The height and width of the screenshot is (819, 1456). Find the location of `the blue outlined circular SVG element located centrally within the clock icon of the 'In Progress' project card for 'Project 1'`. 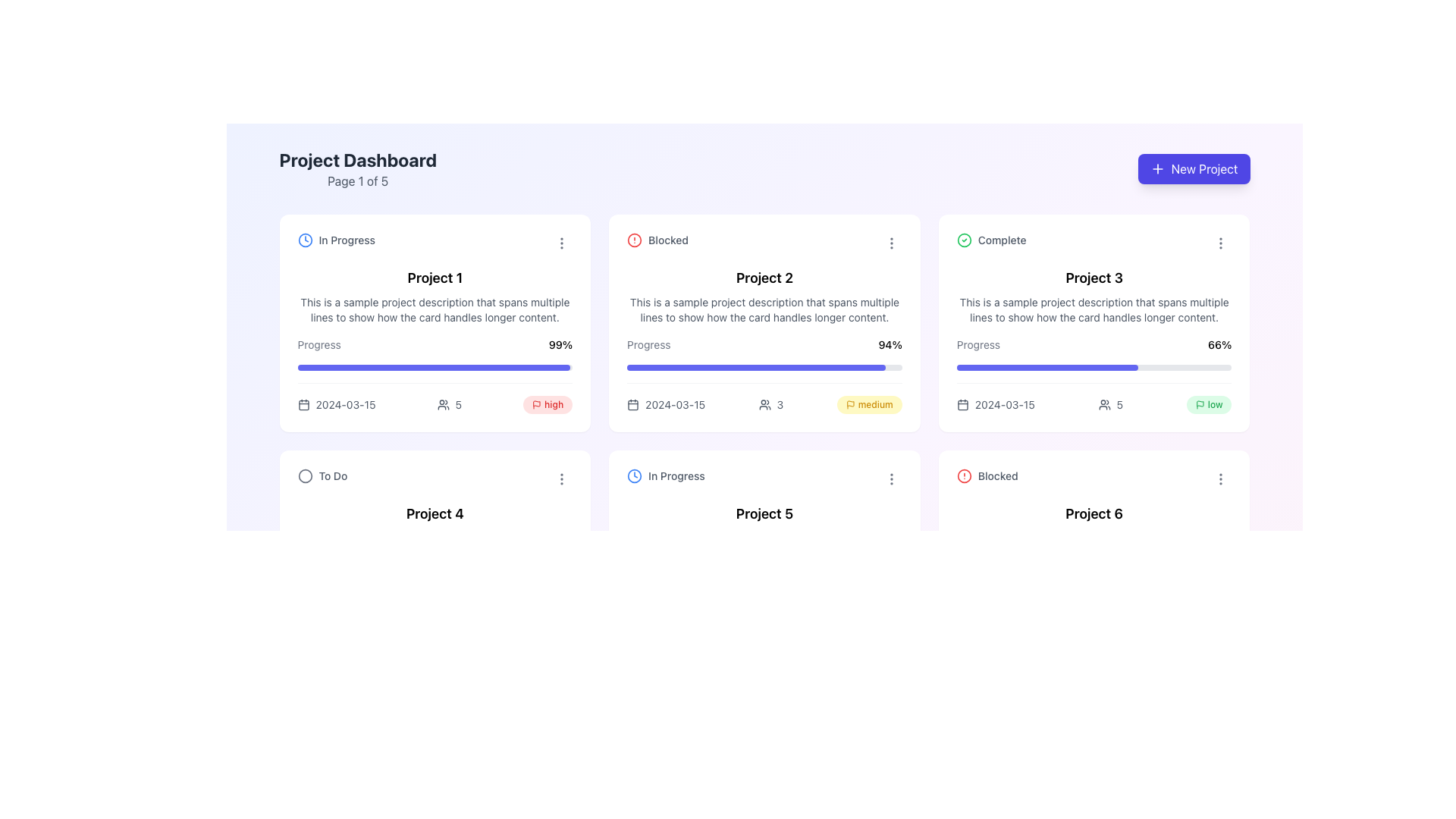

the blue outlined circular SVG element located centrally within the clock icon of the 'In Progress' project card for 'Project 1' is located at coordinates (635, 475).